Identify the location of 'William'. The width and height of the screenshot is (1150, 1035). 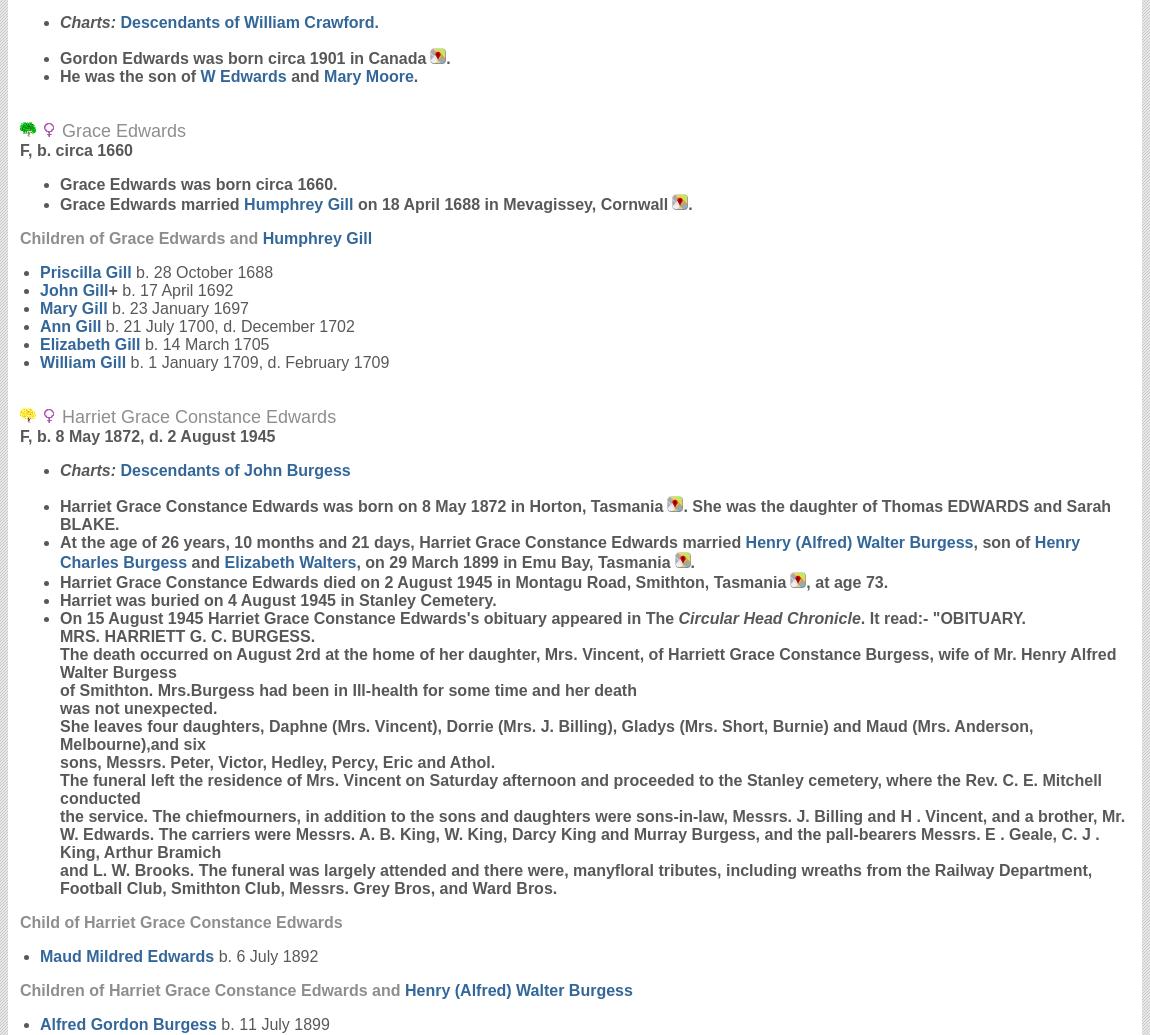
(69, 362).